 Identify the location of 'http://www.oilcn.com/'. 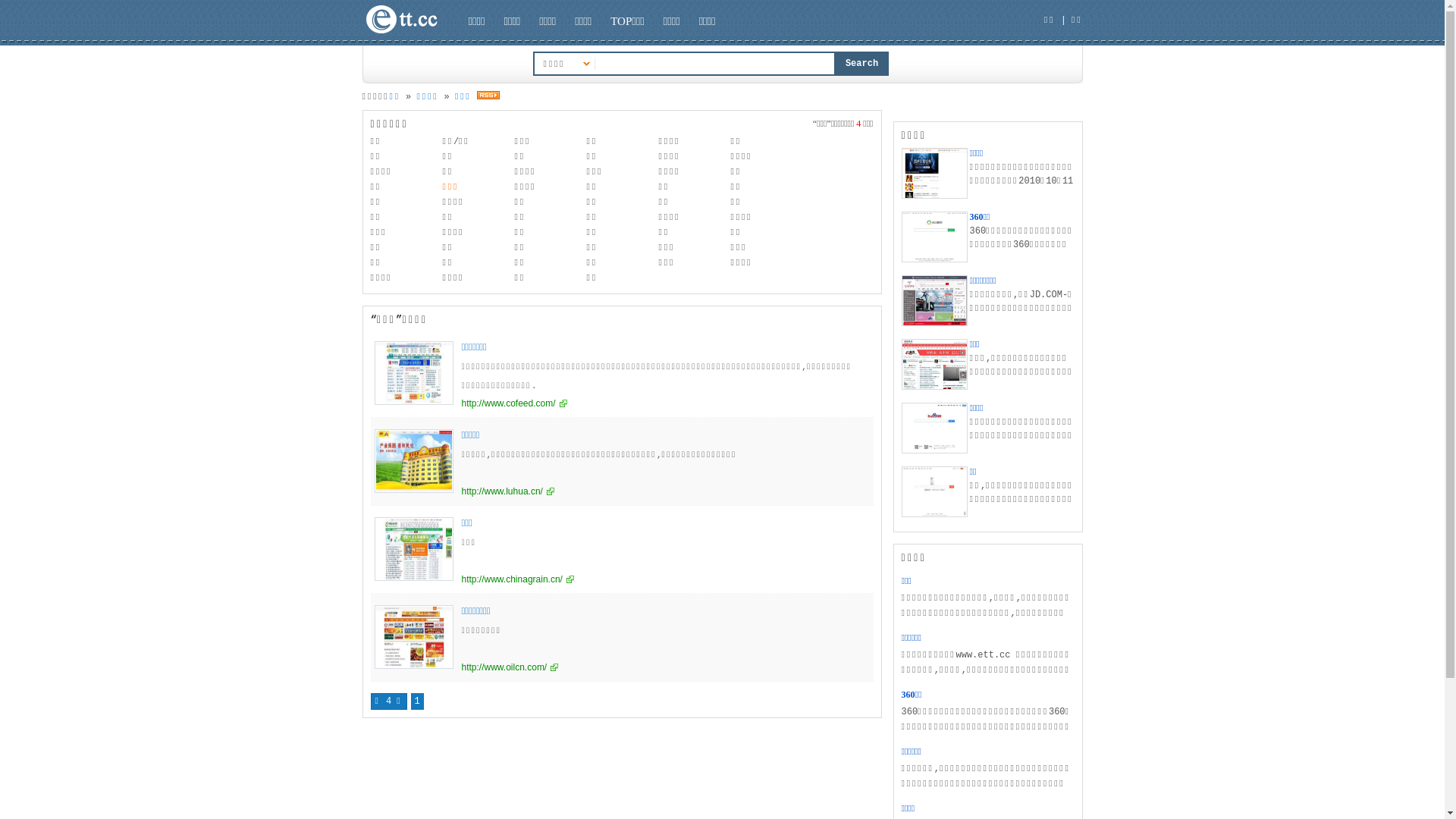
(460, 666).